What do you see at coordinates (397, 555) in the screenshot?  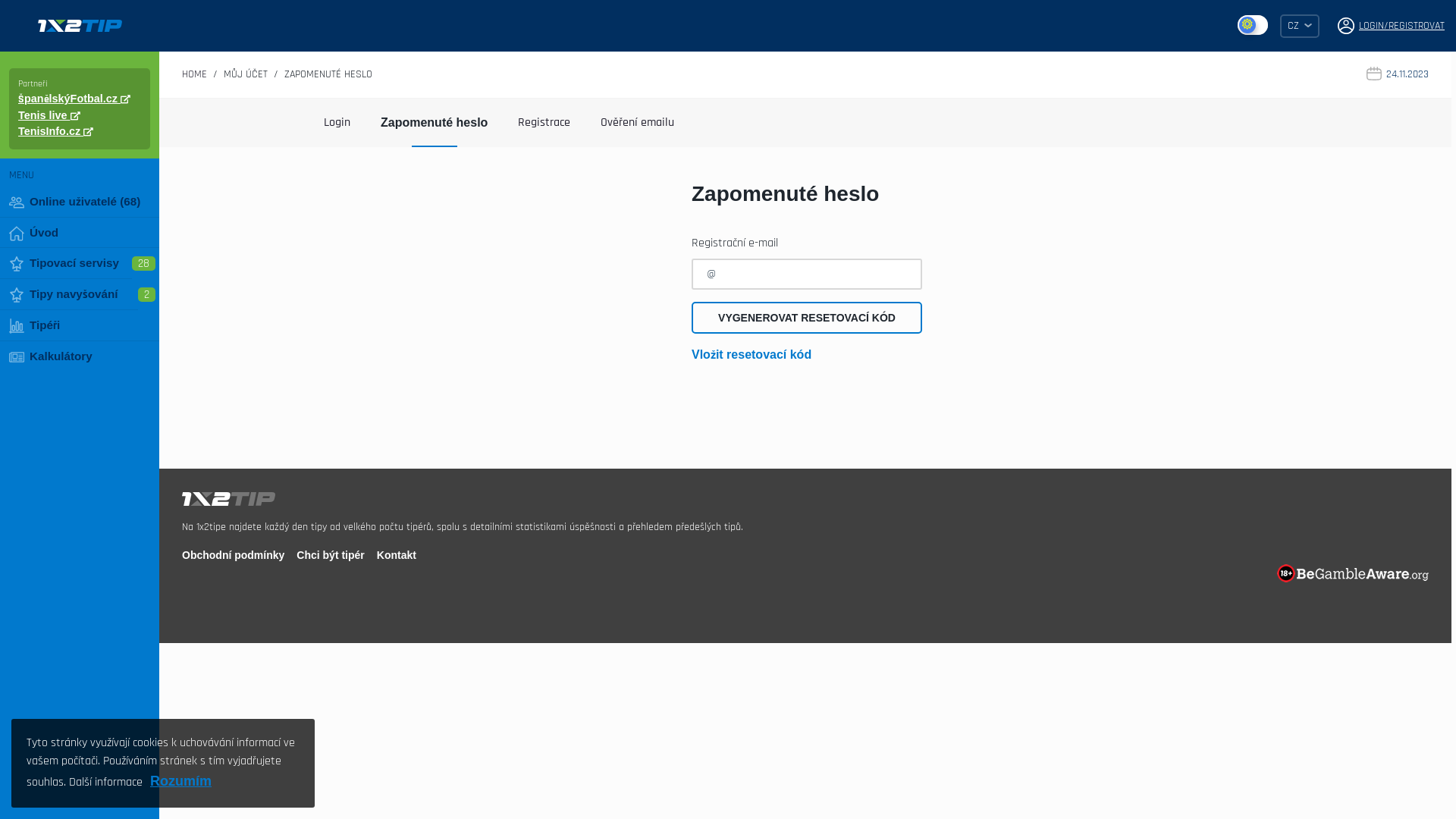 I see `'Kontakt'` at bounding box center [397, 555].